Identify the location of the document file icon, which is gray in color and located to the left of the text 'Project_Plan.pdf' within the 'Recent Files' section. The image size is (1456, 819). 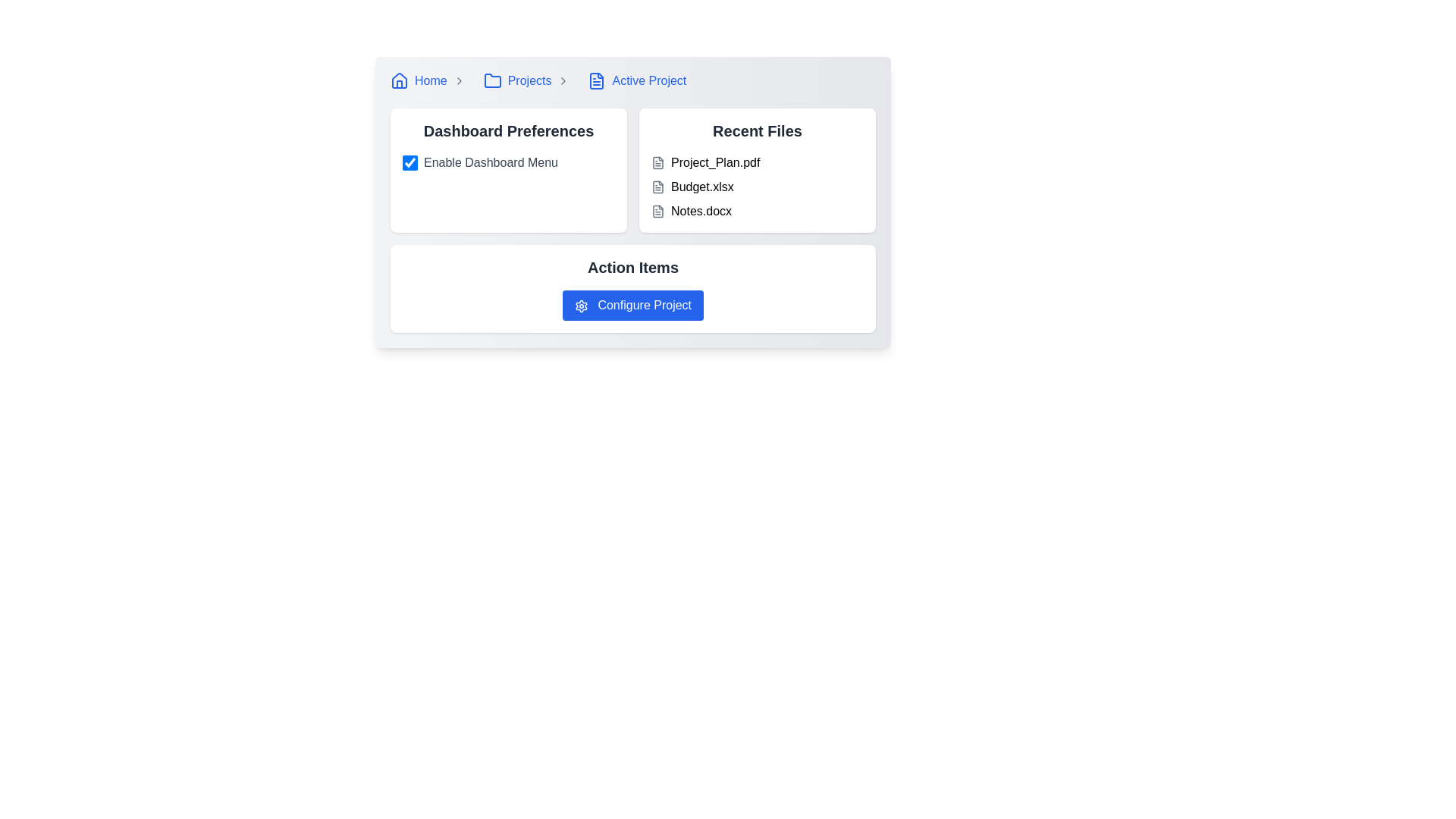
(658, 163).